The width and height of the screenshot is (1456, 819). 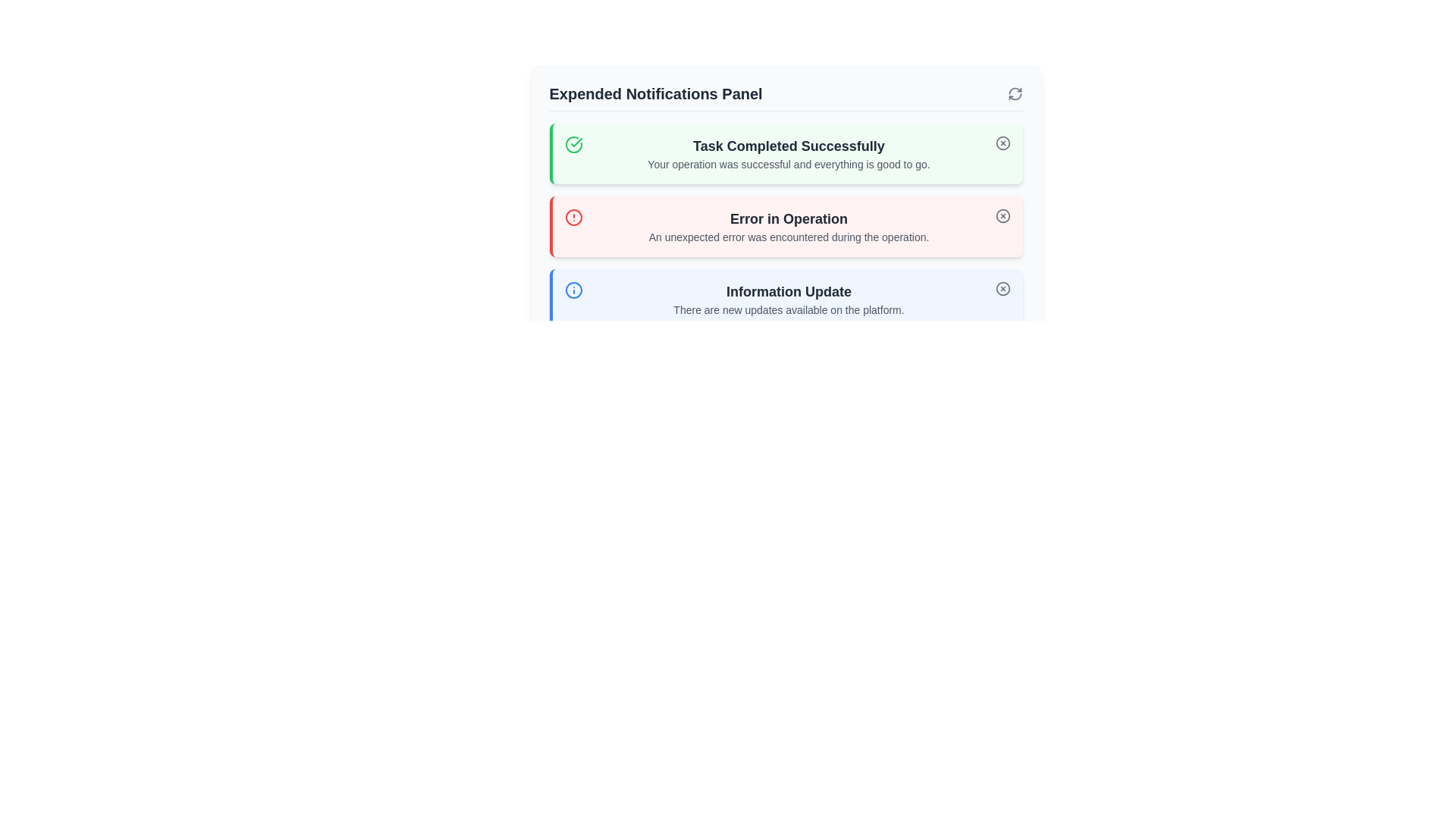 What do you see at coordinates (789, 237) in the screenshot?
I see `descriptive text located directly below the 'Error in Operation' label within a light red notification panel` at bounding box center [789, 237].